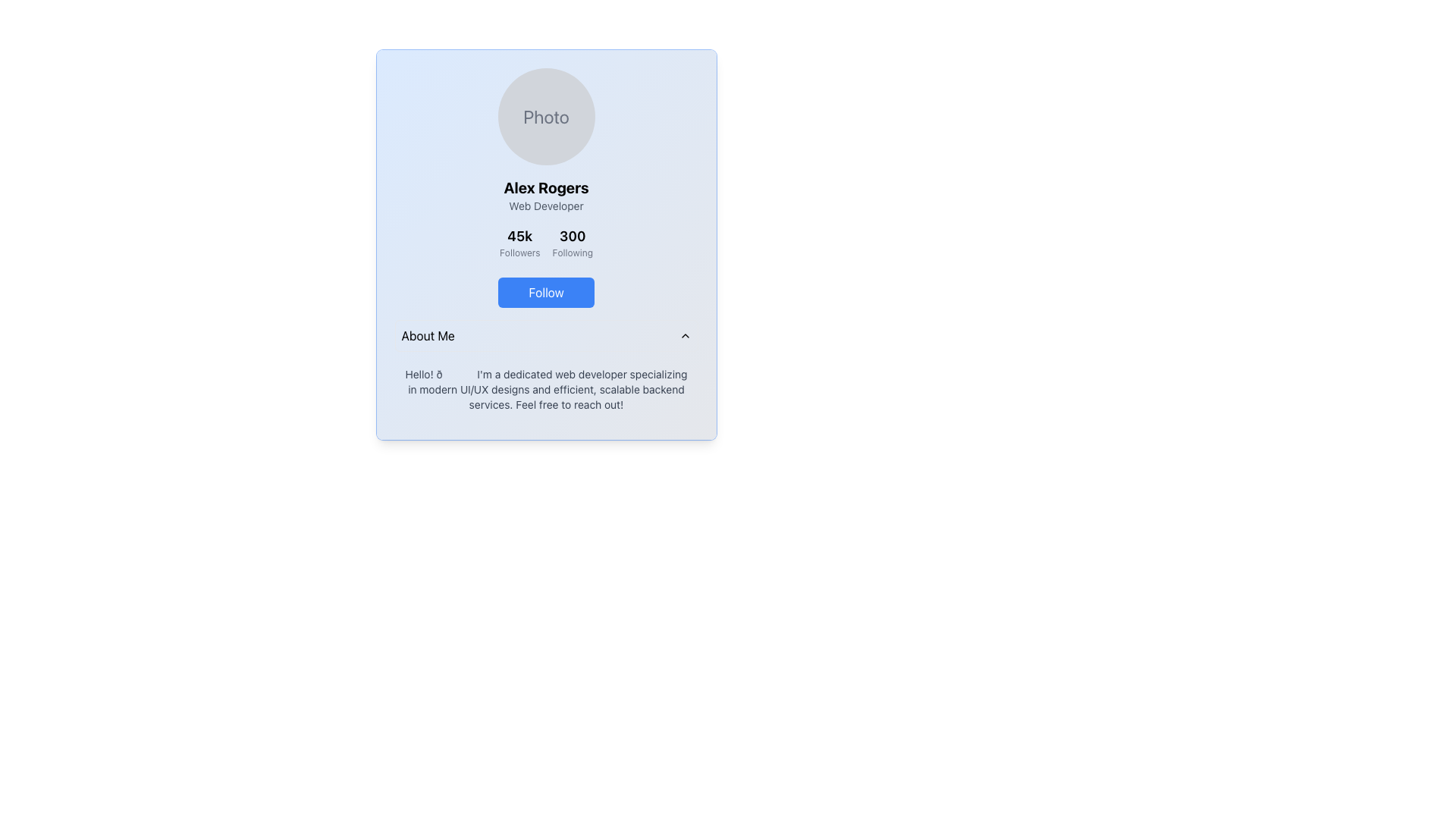  What do you see at coordinates (546, 187) in the screenshot?
I see `the text display reading 'Alex Rogers', which is styled in bold and larger font size, and is centrally aligned beneath the avatar image` at bounding box center [546, 187].